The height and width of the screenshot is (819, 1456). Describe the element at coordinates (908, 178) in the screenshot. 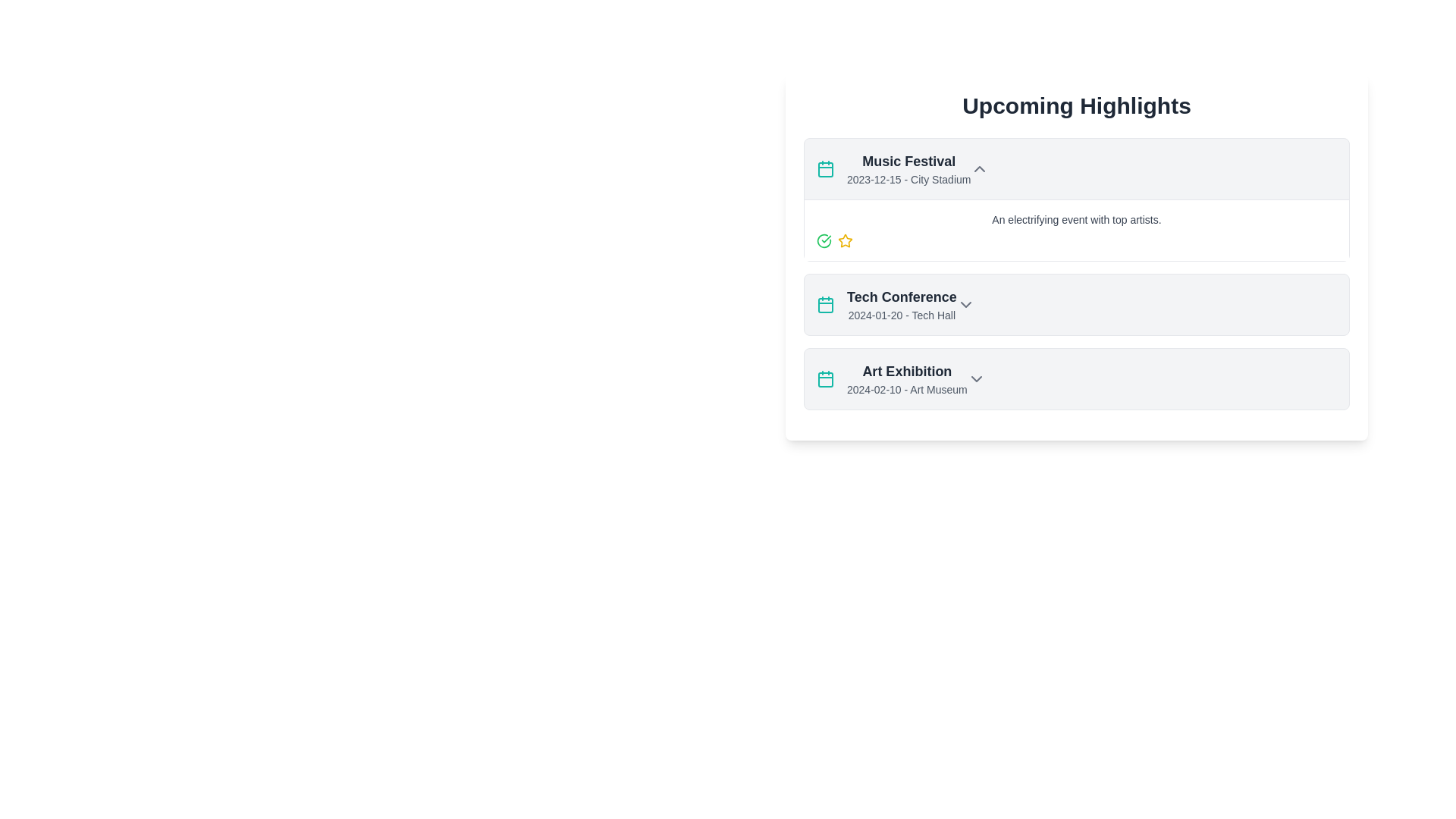

I see `the text element displaying '2023-12-15 - City Stadium', located centrally below the 'Music Festival' heading` at that location.